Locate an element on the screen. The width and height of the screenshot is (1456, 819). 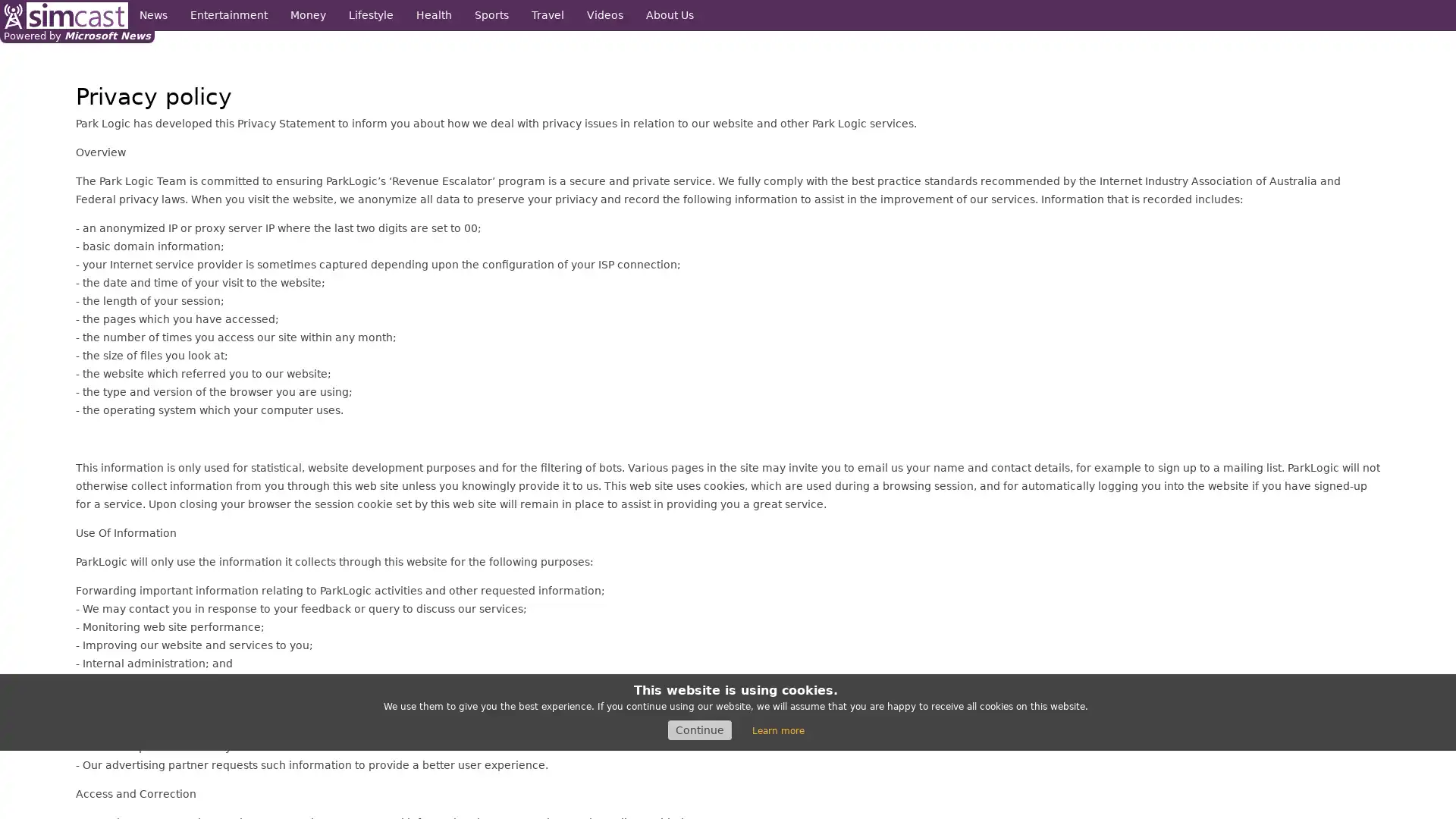
Continue is located at coordinates (698, 730).